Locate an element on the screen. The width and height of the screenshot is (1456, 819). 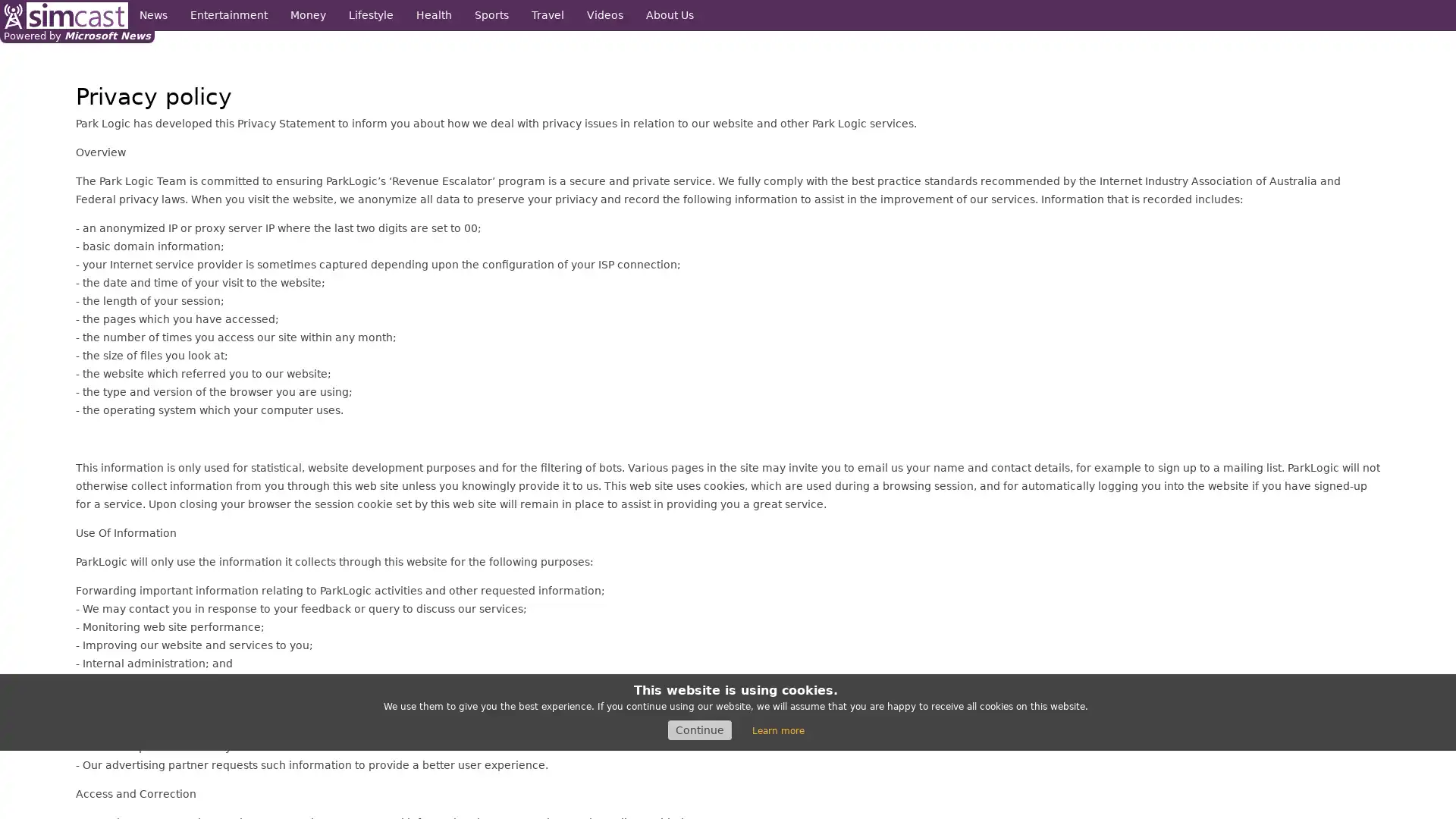
Continue is located at coordinates (698, 730).